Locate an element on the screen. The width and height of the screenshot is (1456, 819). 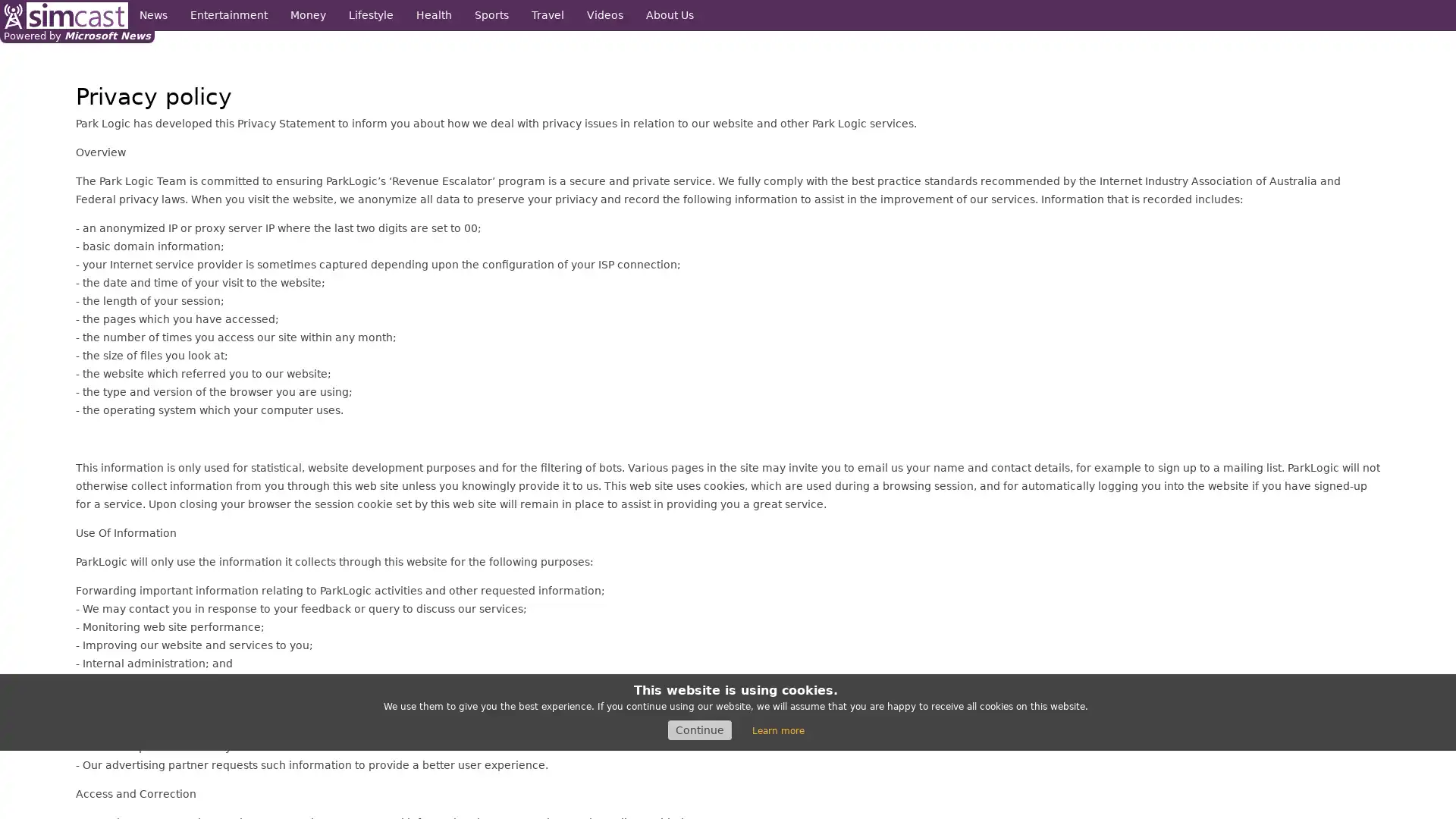
Continue is located at coordinates (698, 730).